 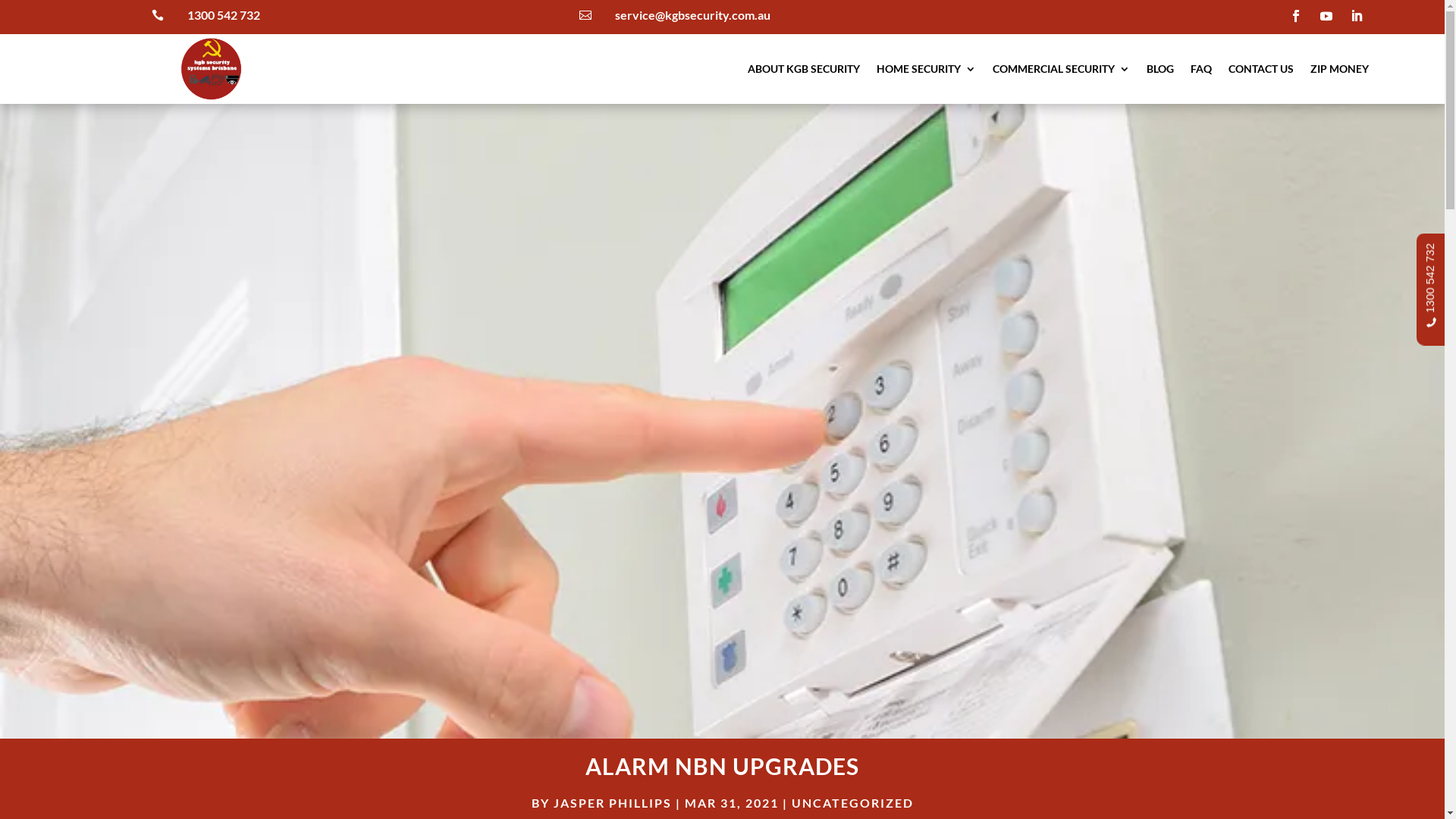 What do you see at coordinates (1339, 72) in the screenshot?
I see `'ZIP MONEY'` at bounding box center [1339, 72].